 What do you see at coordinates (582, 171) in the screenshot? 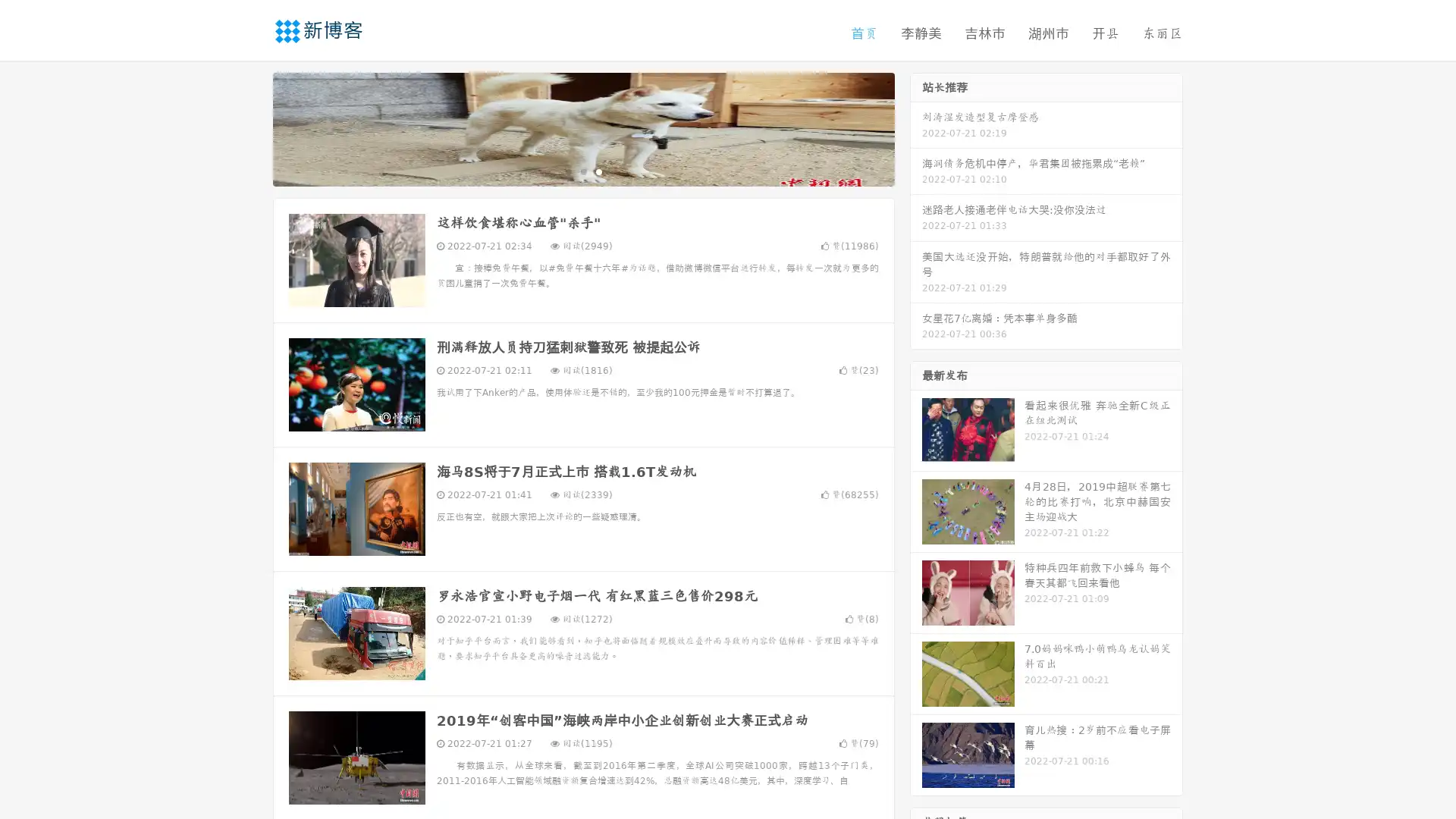
I see `Go to slide 2` at bounding box center [582, 171].